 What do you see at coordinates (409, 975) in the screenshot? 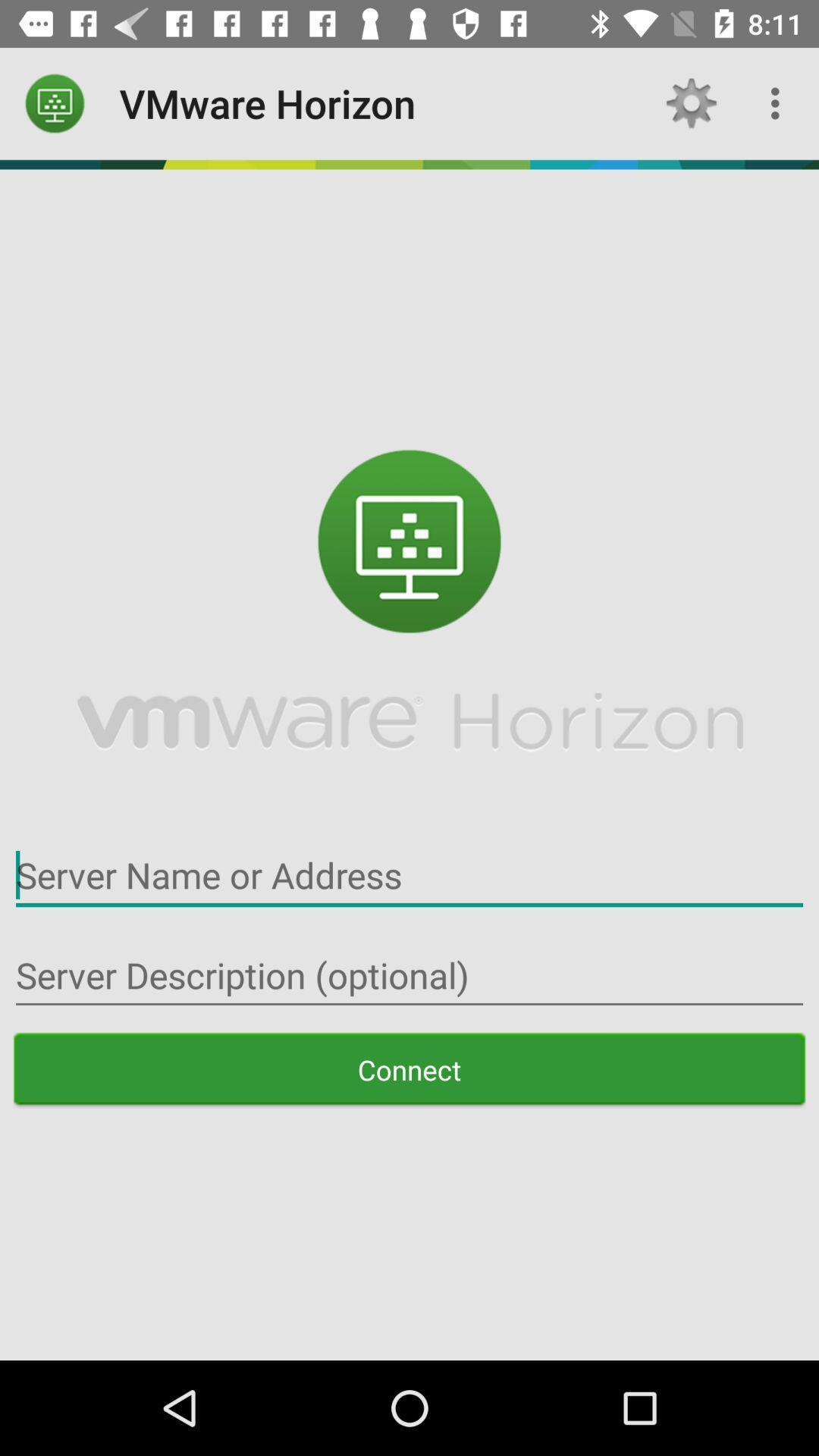
I see `item above the connect icon` at bounding box center [409, 975].